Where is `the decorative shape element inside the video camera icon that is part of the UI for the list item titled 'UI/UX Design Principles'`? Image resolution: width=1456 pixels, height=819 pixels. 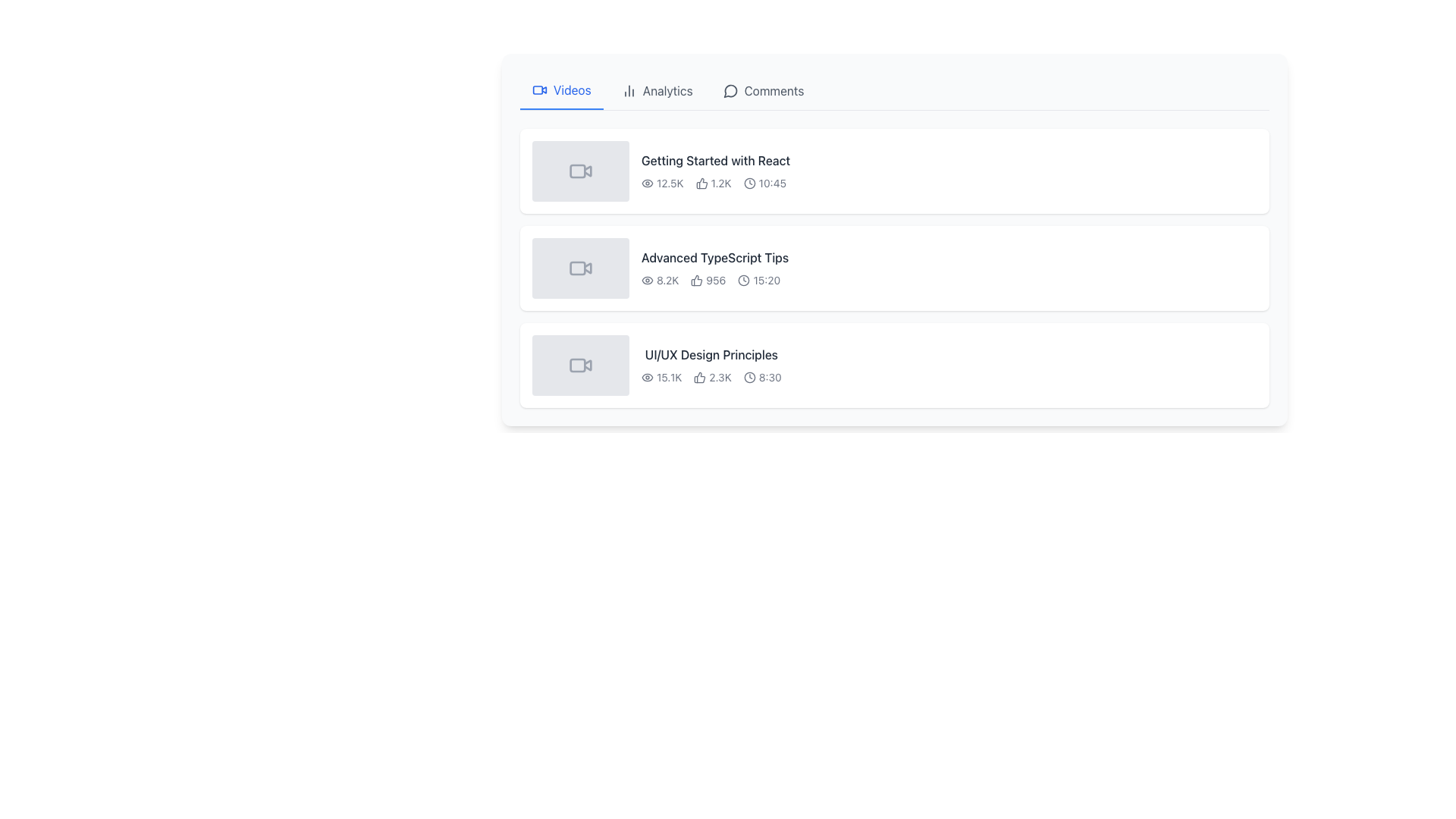 the decorative shape element inside the video camera icon that is part of the UI for the list item titled 'UI/UX Design Principles' is located at coordinates (577, 366).